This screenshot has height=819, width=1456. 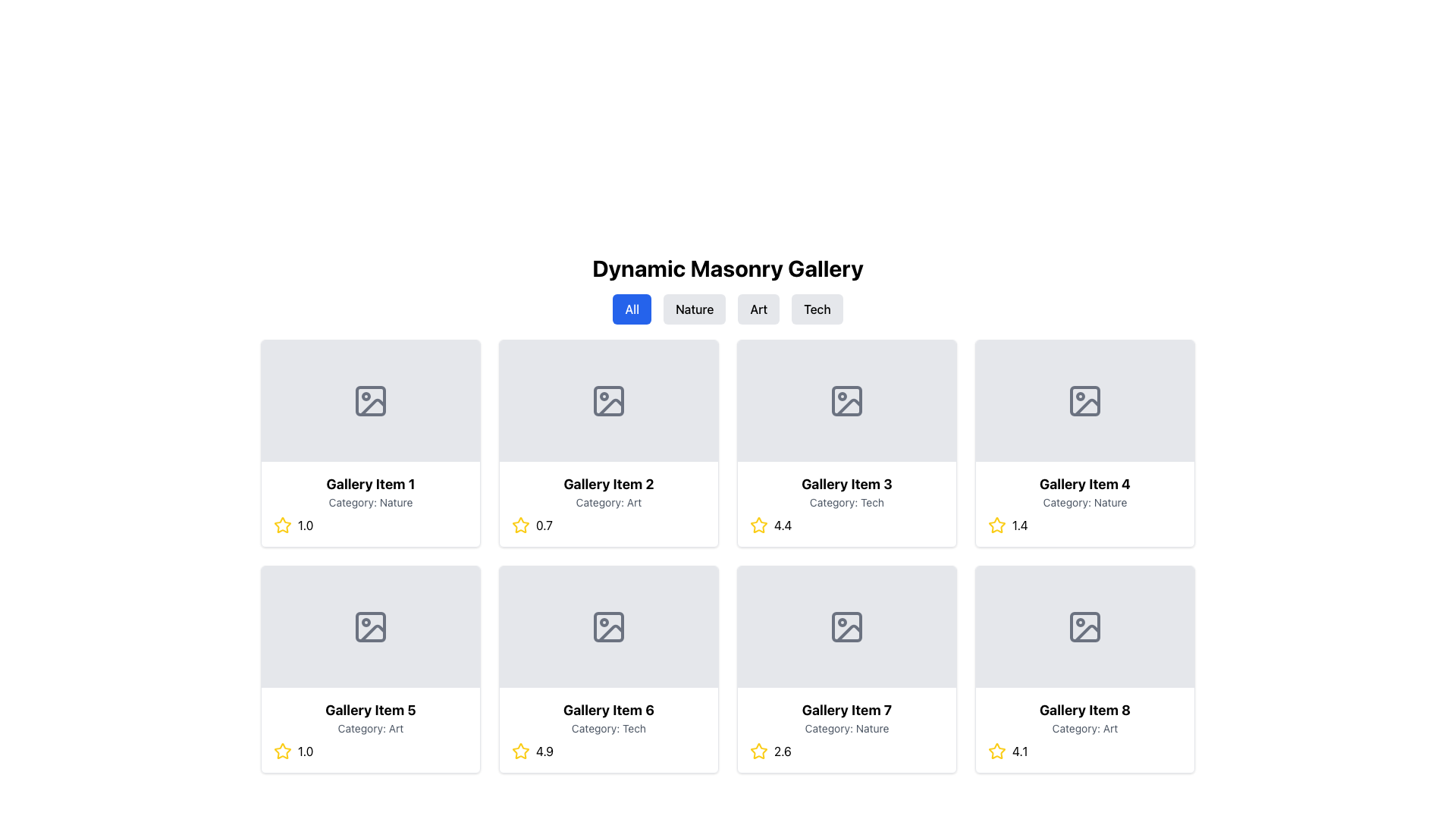 What do you see at coordinates (846, 400) in the screenshot?
I see `decorative rectangle located in the top-left corner of the 'Gallery Item 3' icon, which has rounded corners and resembles an image placeholder` at bounding box center [846, 400].